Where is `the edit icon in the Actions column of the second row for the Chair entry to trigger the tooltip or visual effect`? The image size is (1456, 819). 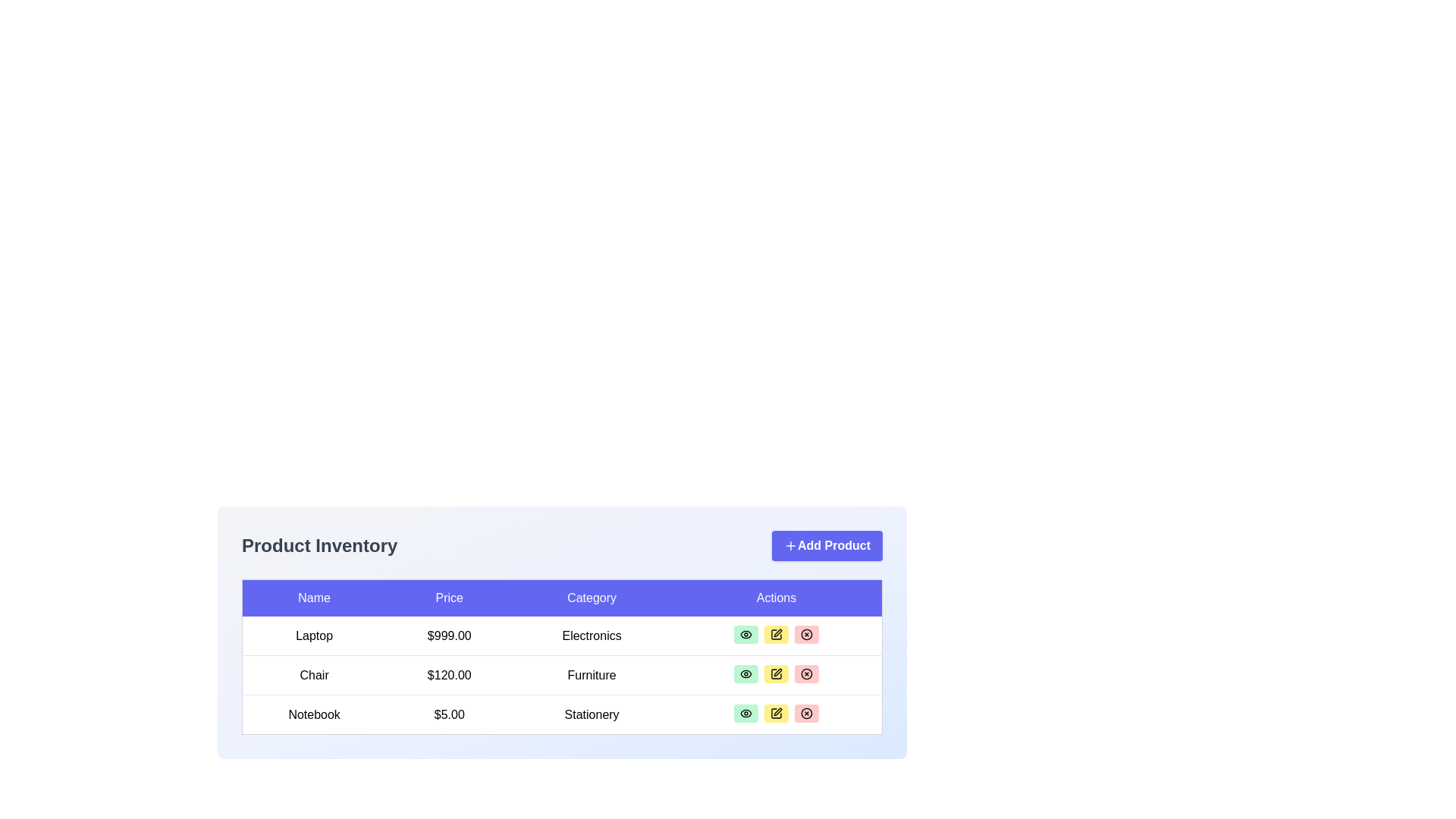 the edit icon in the Actions column of the second row for the Chair entry to trigger the tooltip or visual effect is located at coordinates (777, 632).